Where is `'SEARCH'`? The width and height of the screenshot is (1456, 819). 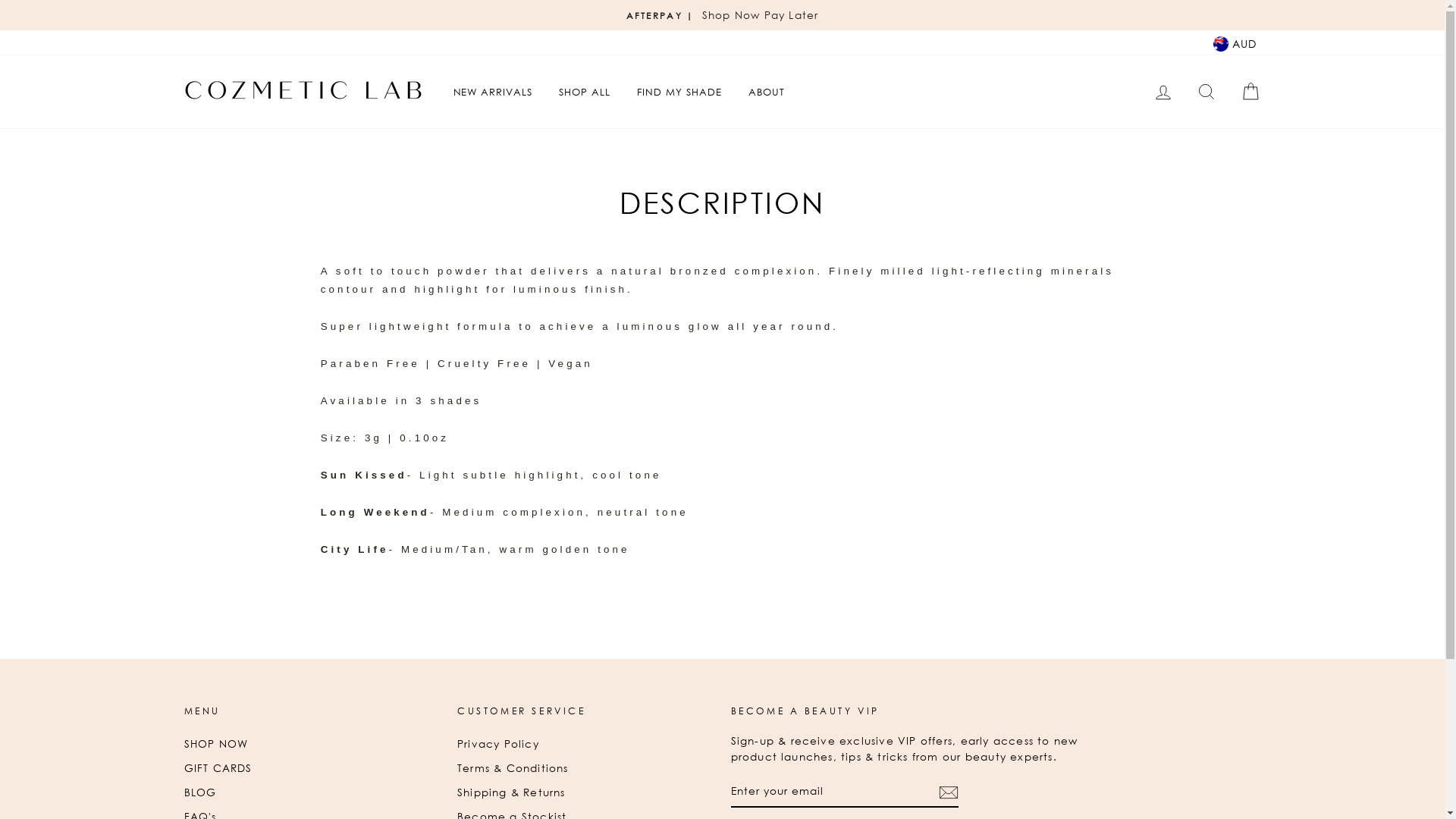
'SEARCH' is located at coordinates (1205, 92).